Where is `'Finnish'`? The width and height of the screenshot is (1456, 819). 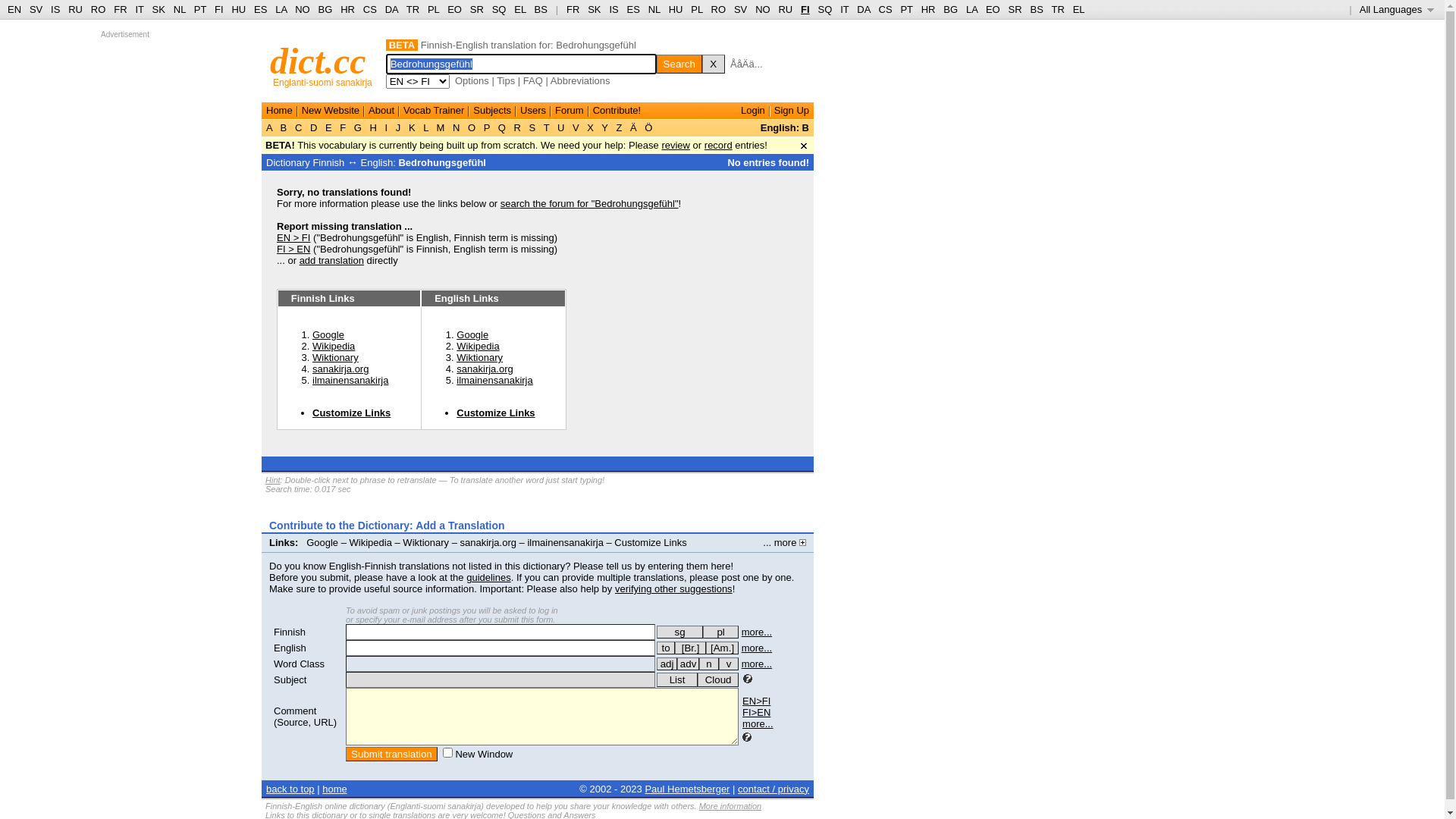 'Finnish' is located at coordinates (290, 632).